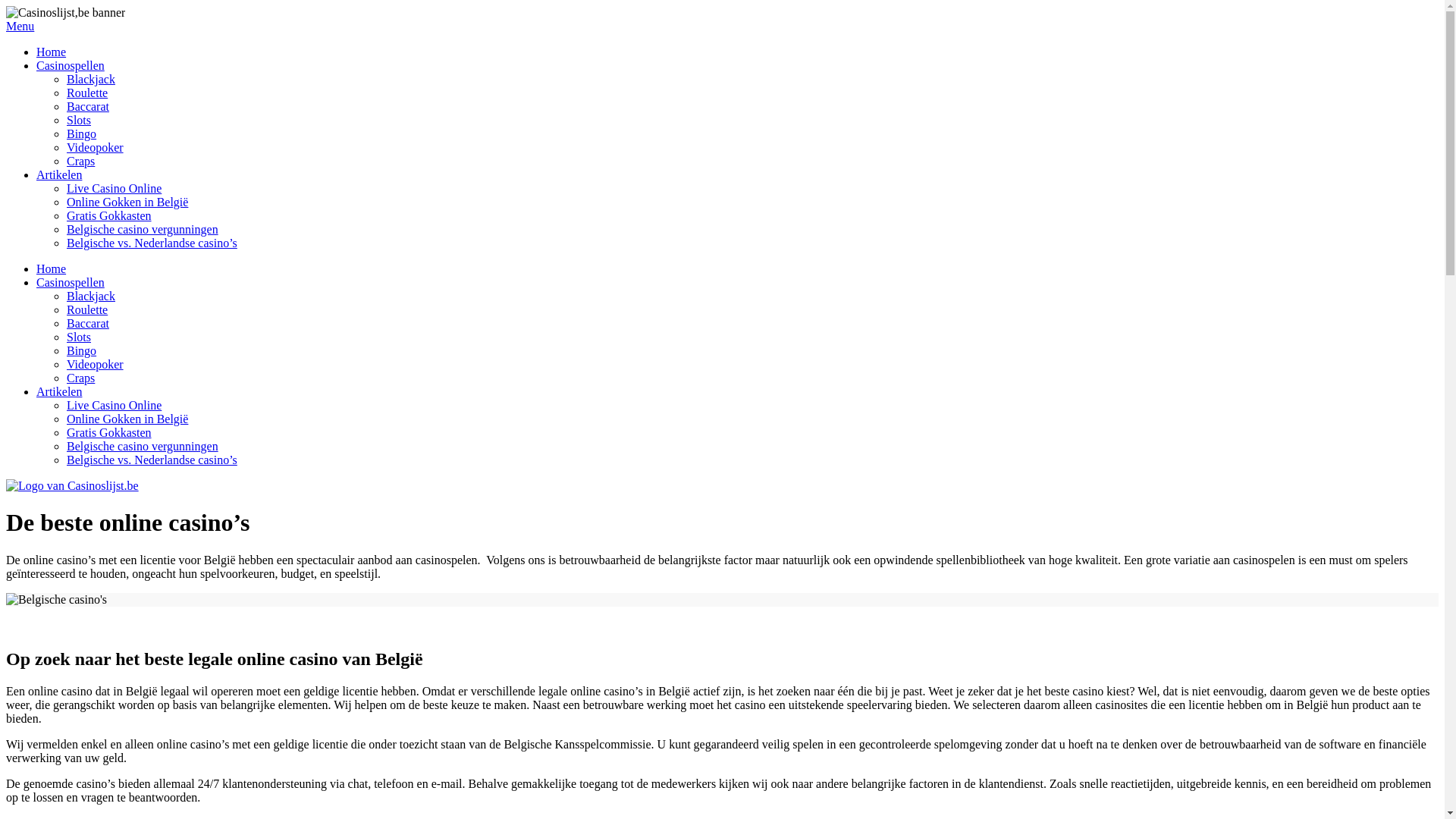  What do you see at coordinates (69, 64) in the screenshot?
I see `'Casinospellen'` at bounding box center [69, 64].